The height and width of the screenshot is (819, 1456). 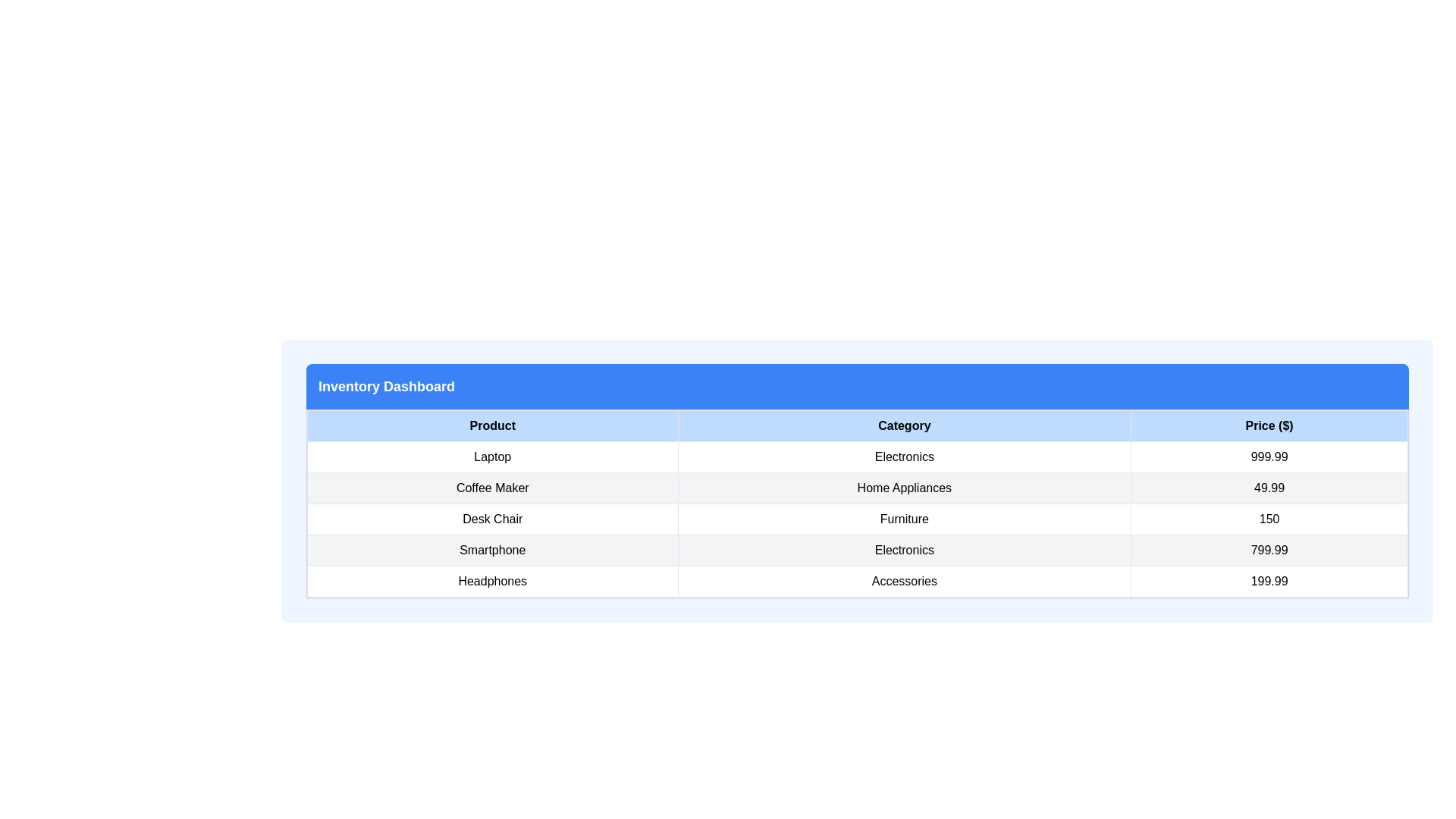 What do you see at coordinates (858, 550) in the screenshot?
I see `the fourth row in the 'Inventory Dashboard' table that displays product details including name, category, and price` at bounding box center [858, 550].